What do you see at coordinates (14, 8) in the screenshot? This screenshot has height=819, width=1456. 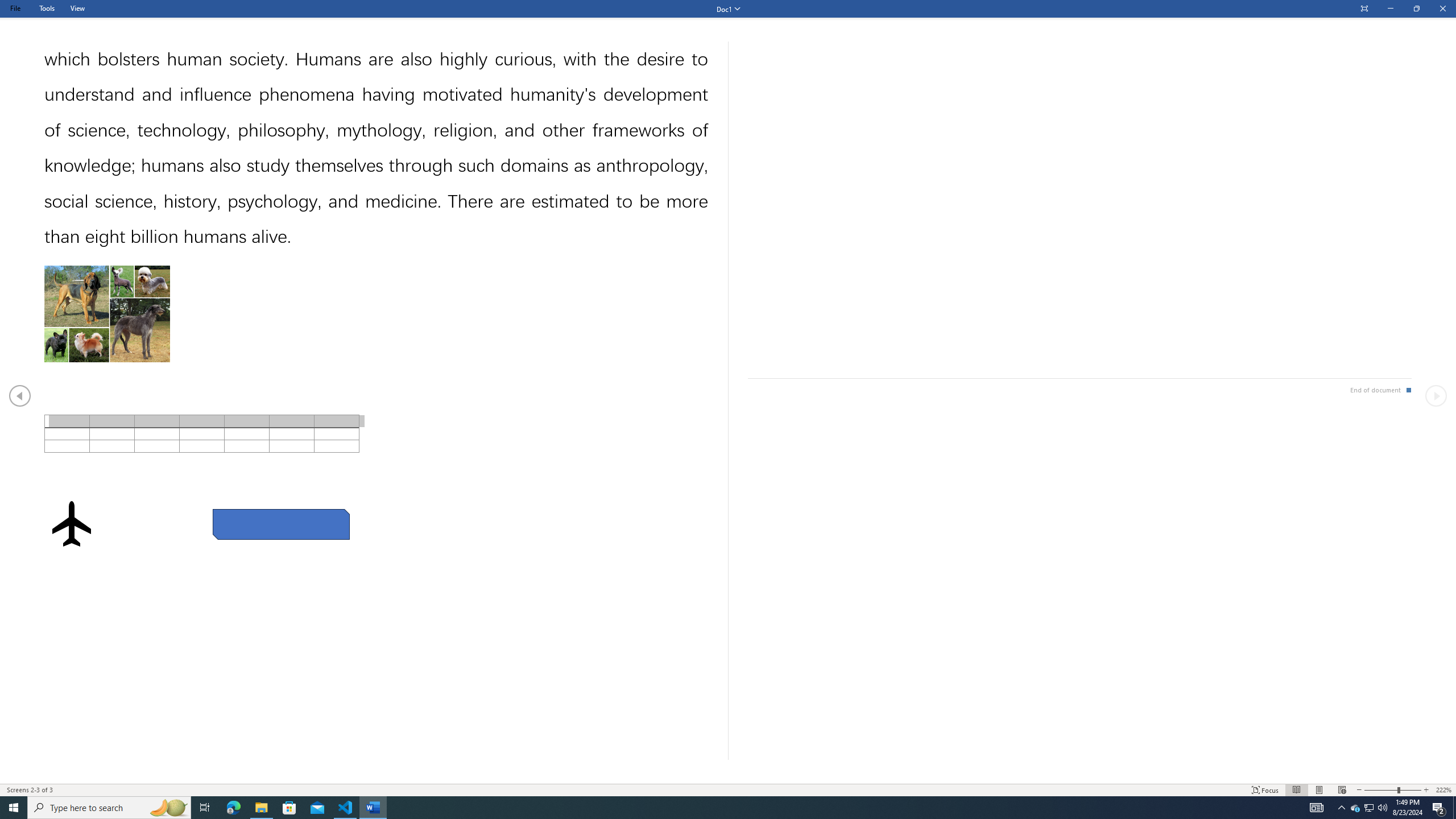 I see `'File Tab'` at bounding box center [14, 8].